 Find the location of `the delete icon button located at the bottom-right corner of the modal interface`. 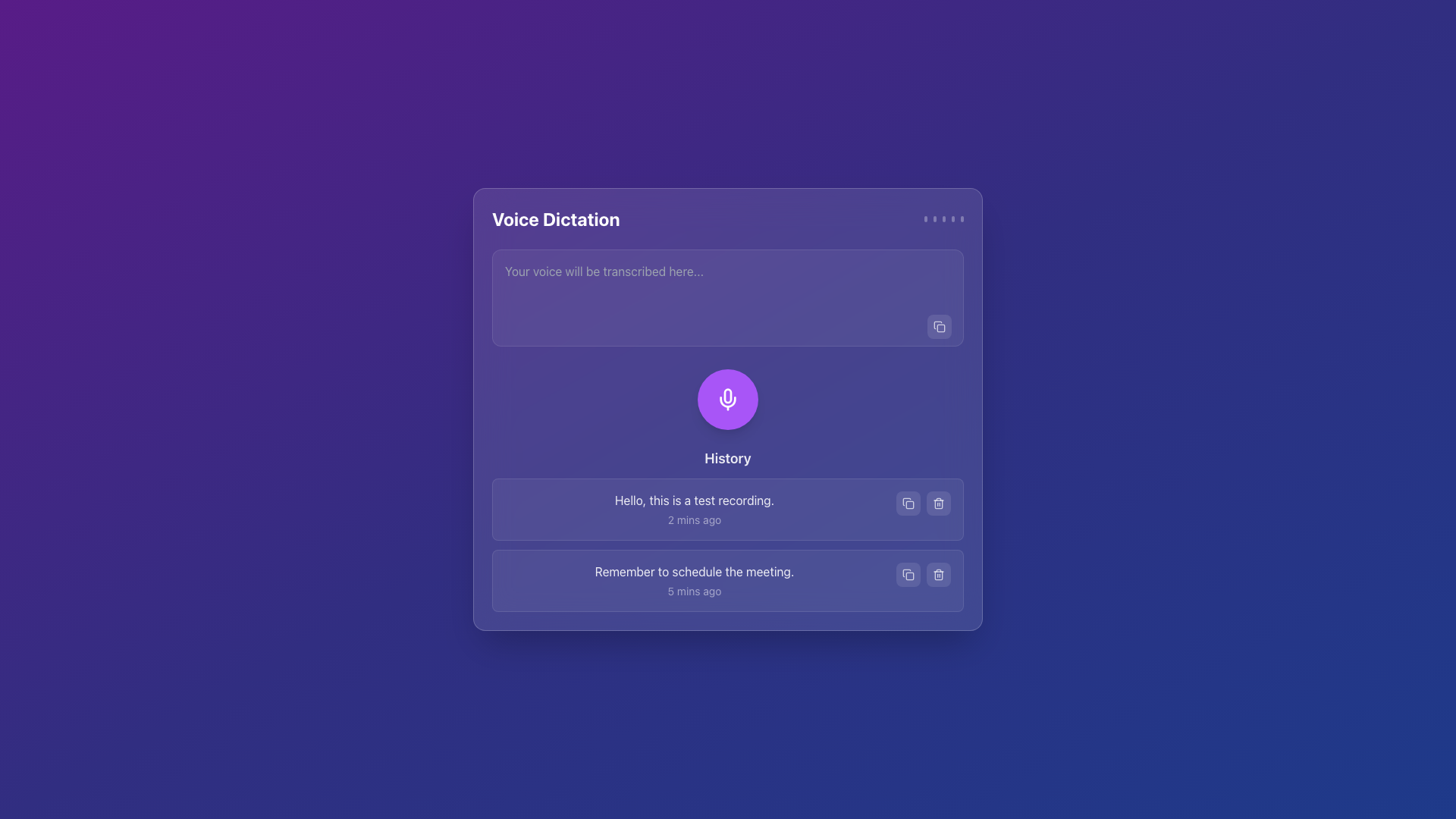

the delete icon button located at the bottom-right corner of the modal interface is located at coordinates (938, 503).